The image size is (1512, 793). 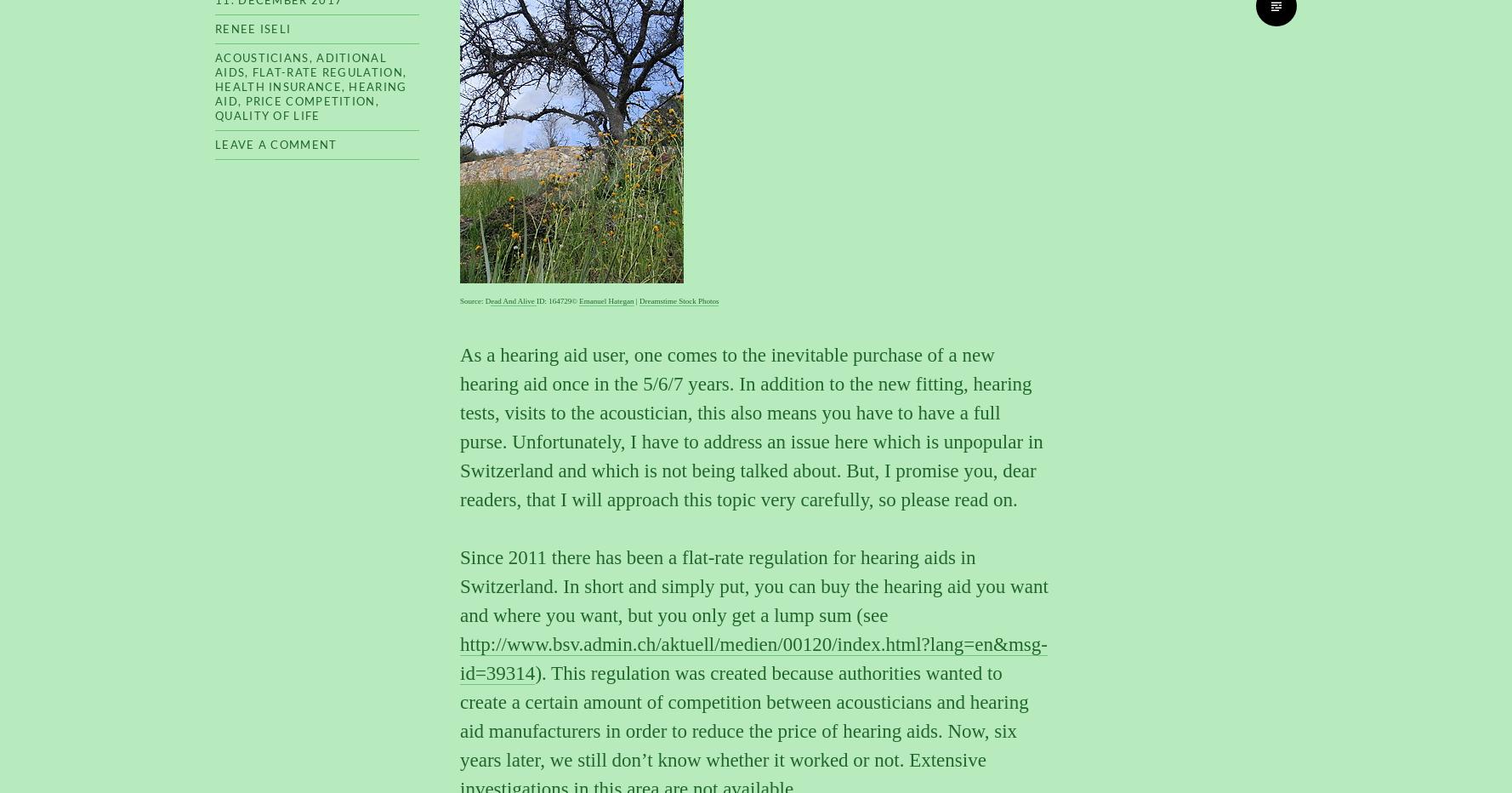 I want to click on 'Leave a comment', so click(x=275, y=142).